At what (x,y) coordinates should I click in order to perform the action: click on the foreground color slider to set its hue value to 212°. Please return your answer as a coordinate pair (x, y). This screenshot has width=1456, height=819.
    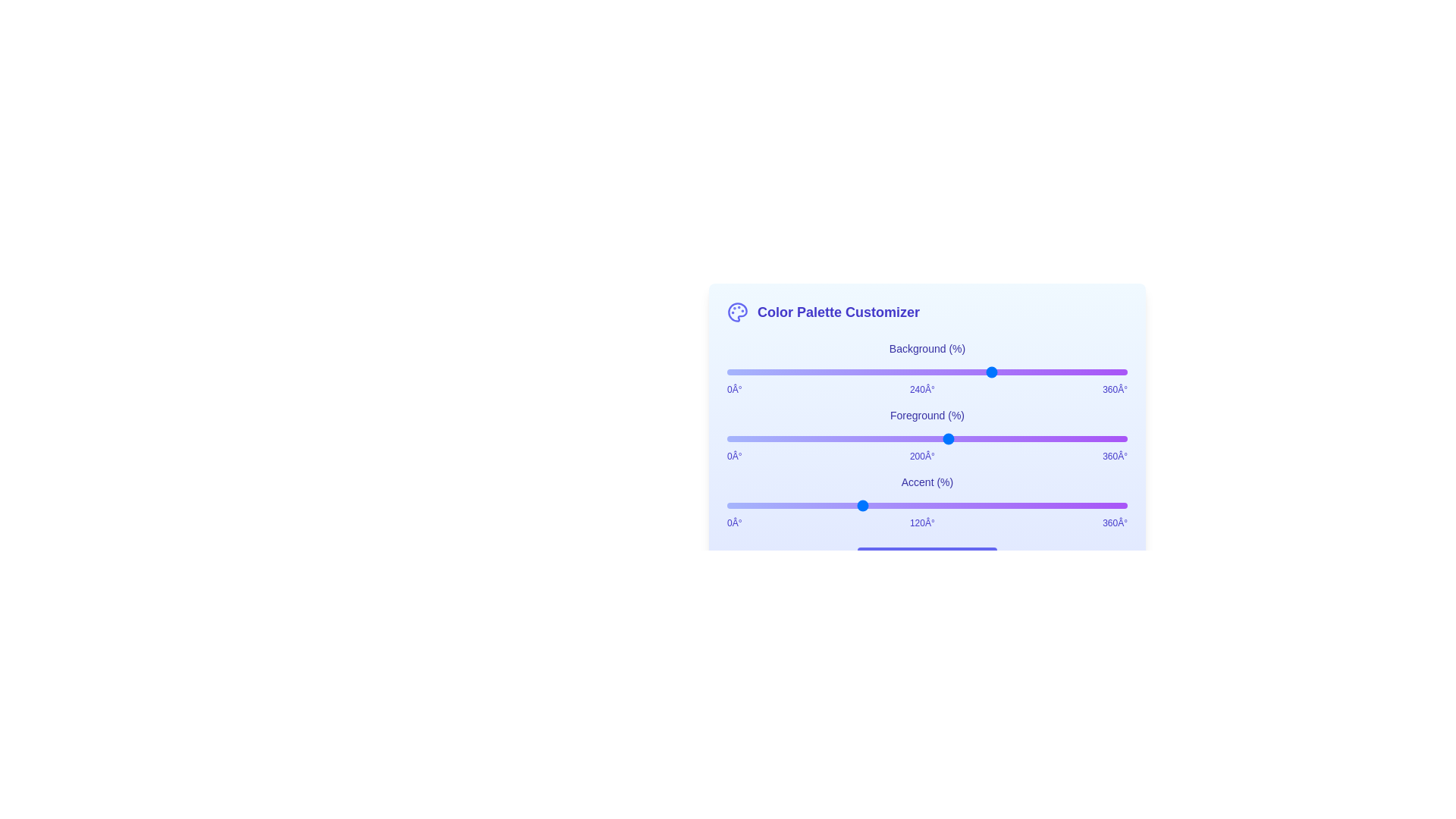
    Looking at the image, I should click on (962, 438).